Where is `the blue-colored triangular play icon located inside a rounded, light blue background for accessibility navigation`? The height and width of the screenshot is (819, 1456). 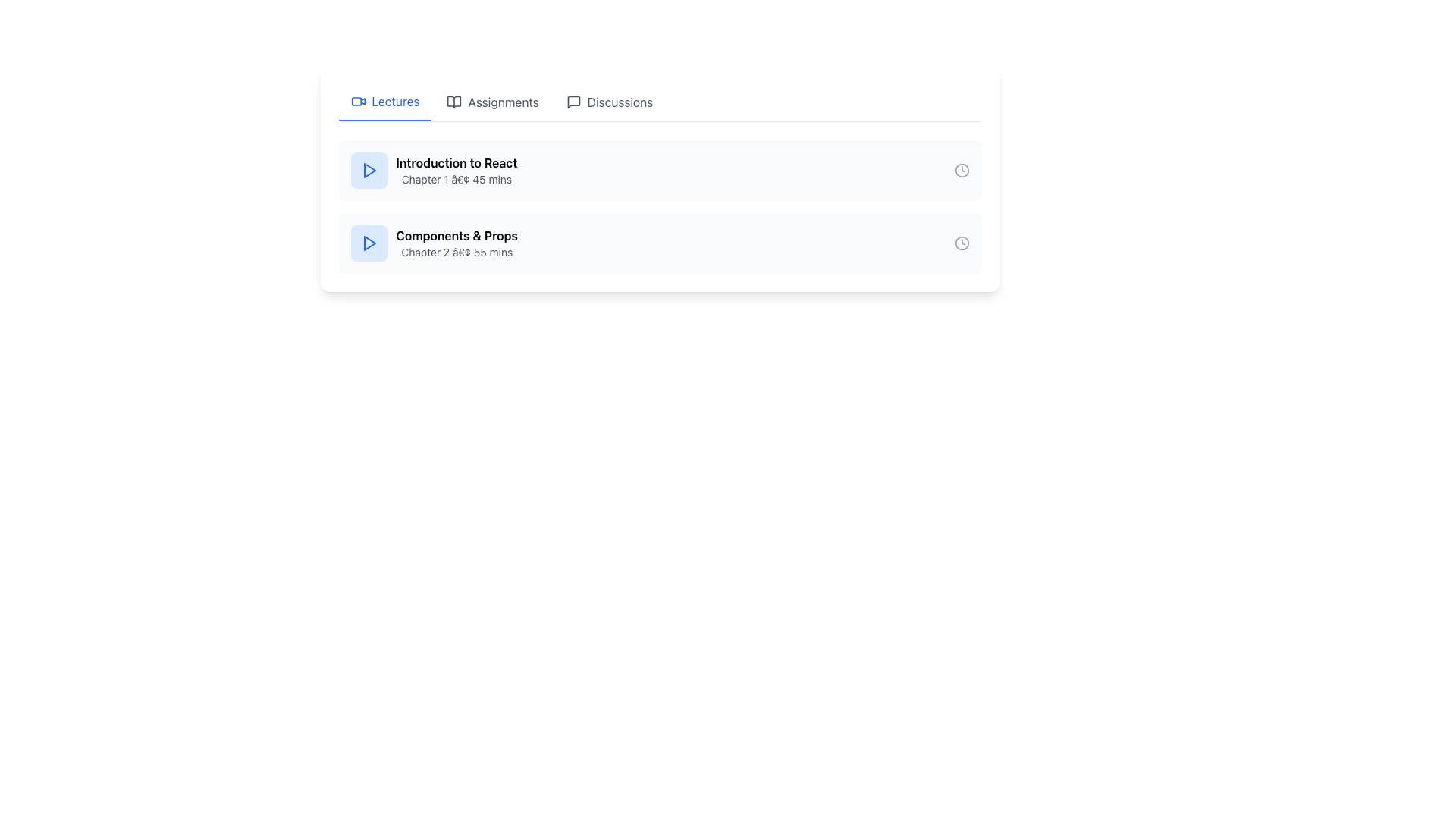 the blue-colored triangular play icon located inside a rounded, light blue background for accessibility navigation is located at coordinates (369, 170).